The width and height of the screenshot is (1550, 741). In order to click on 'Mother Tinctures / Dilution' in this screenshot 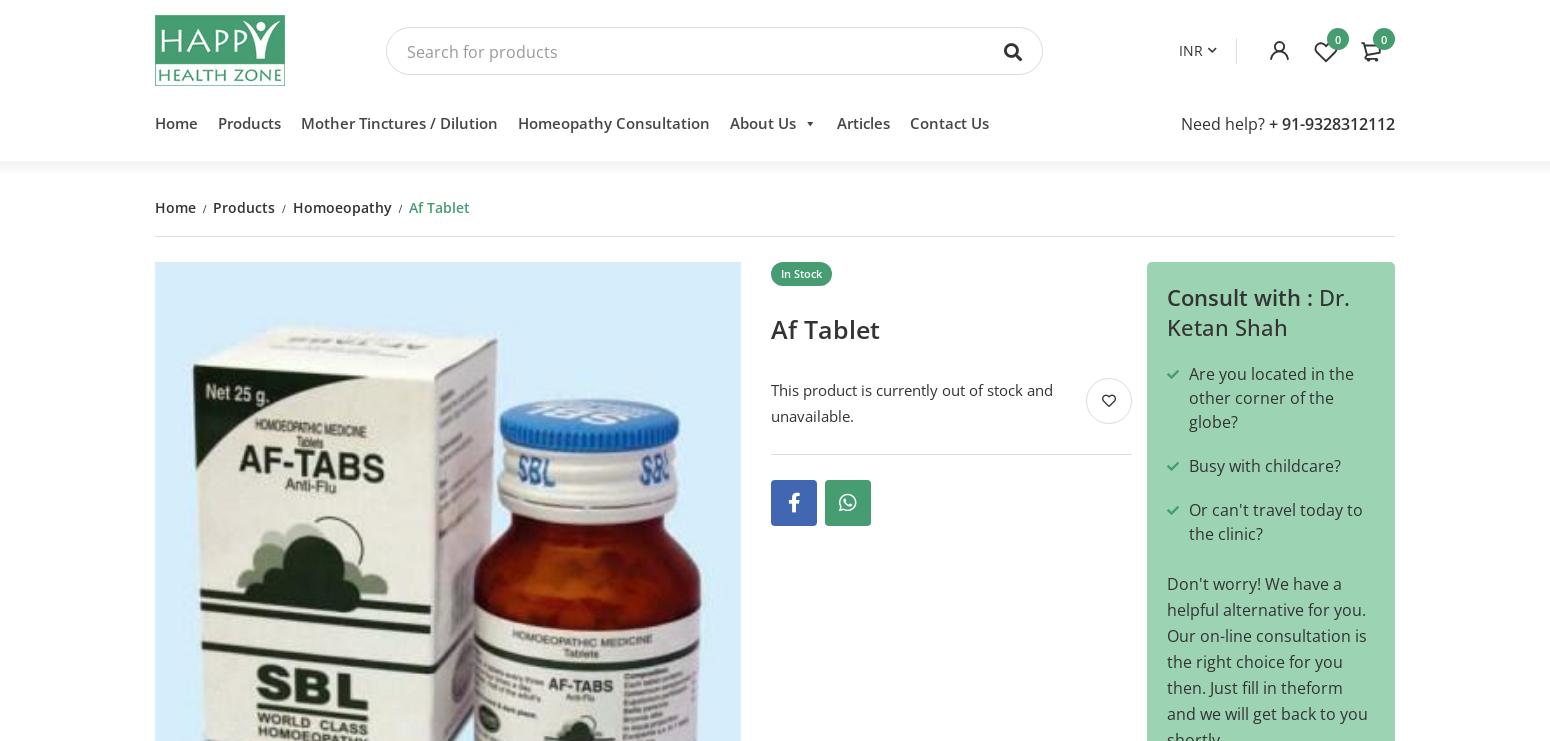, I will do `click(399, 130)`.